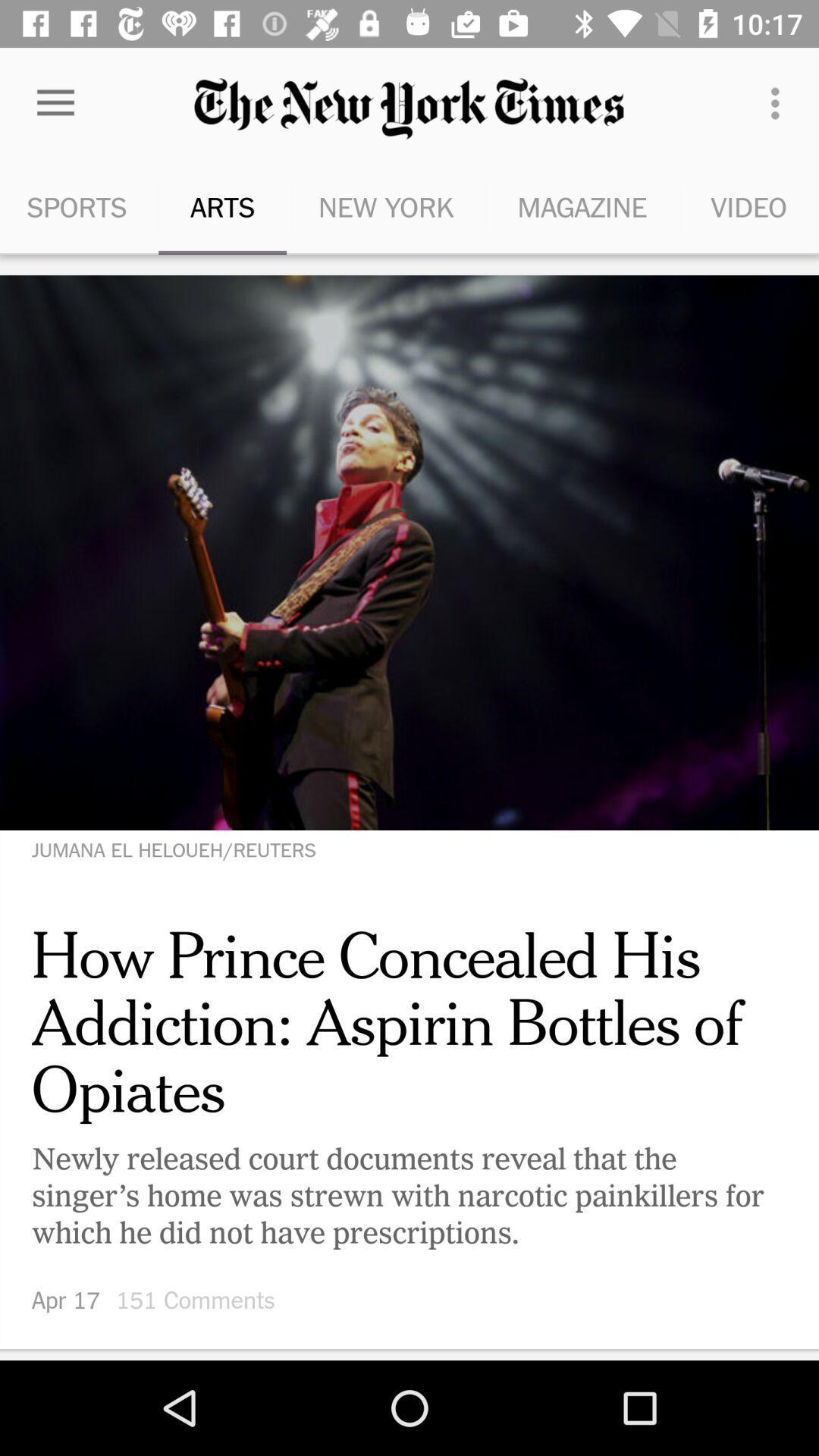 This screenshot has height=1456, width=819. What do you see at coordinates (385, 206) in the screenshot?
I see `the item next to arts item` at bounding box center [385, 206].